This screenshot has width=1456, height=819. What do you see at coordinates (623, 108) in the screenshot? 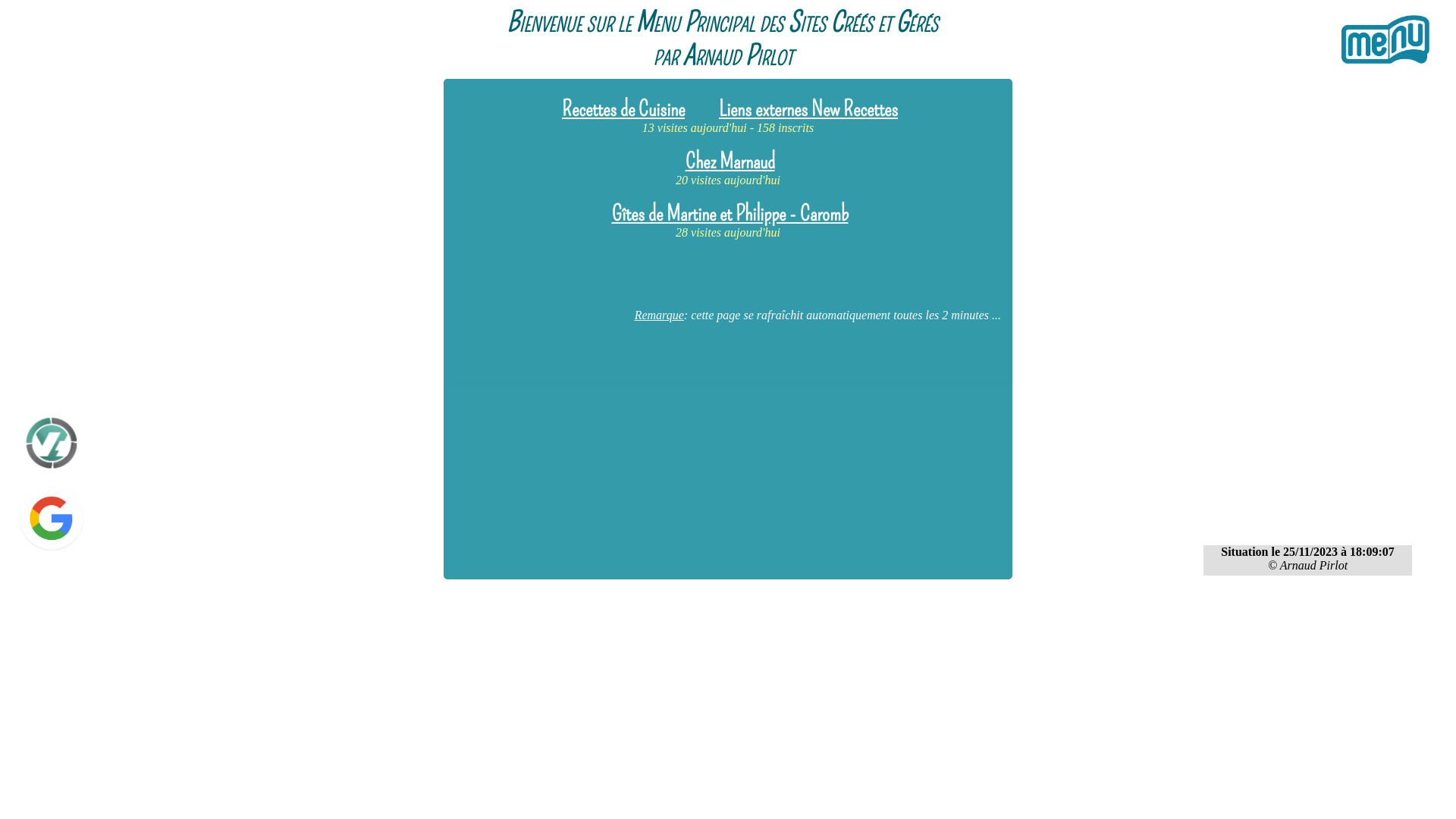
I see `'Recettes de Cuisine'` at bounding box center [623, 108].